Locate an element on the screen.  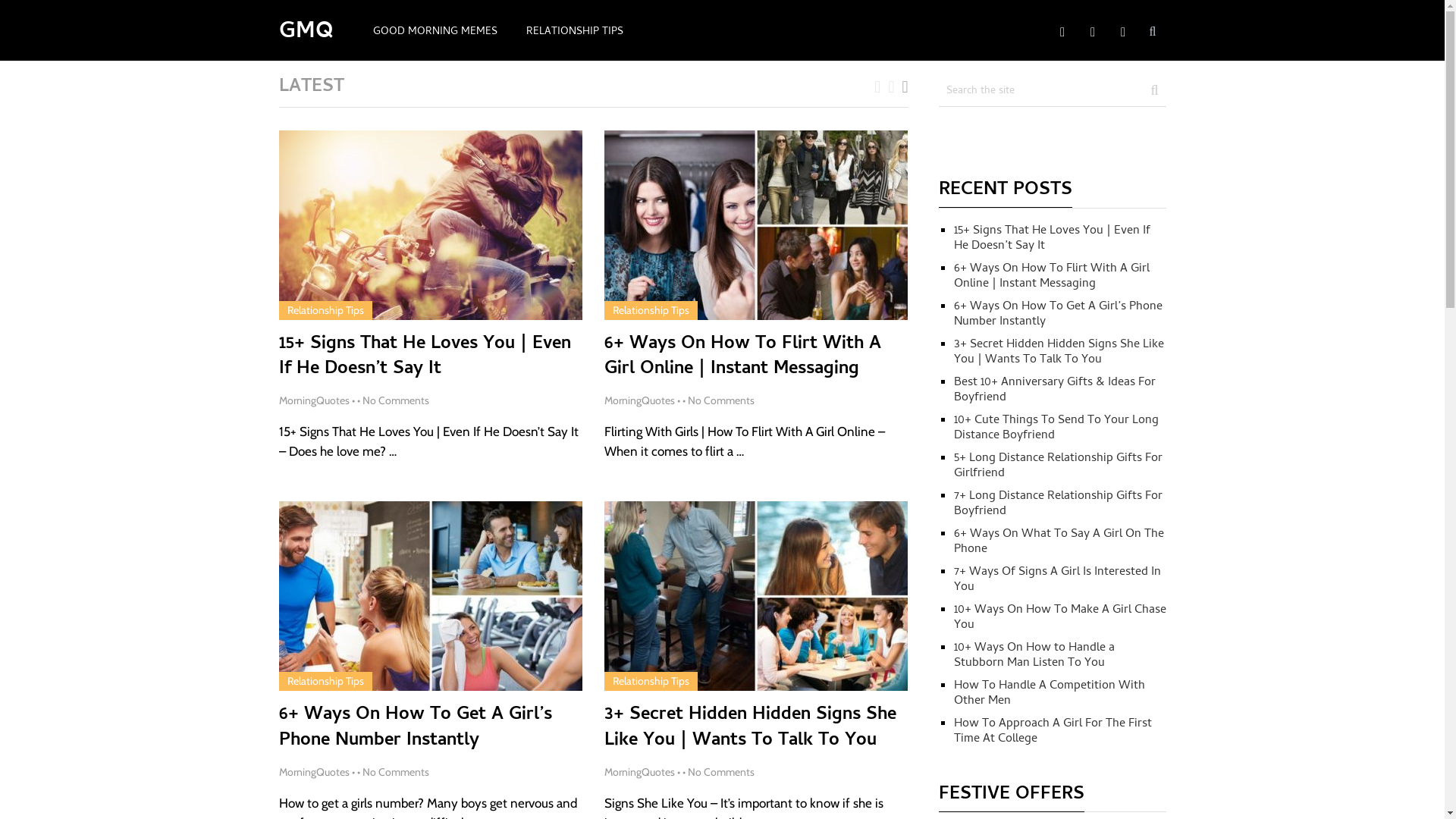
'GOOD MORNING MEMES' is located at coordinates (356, 32).